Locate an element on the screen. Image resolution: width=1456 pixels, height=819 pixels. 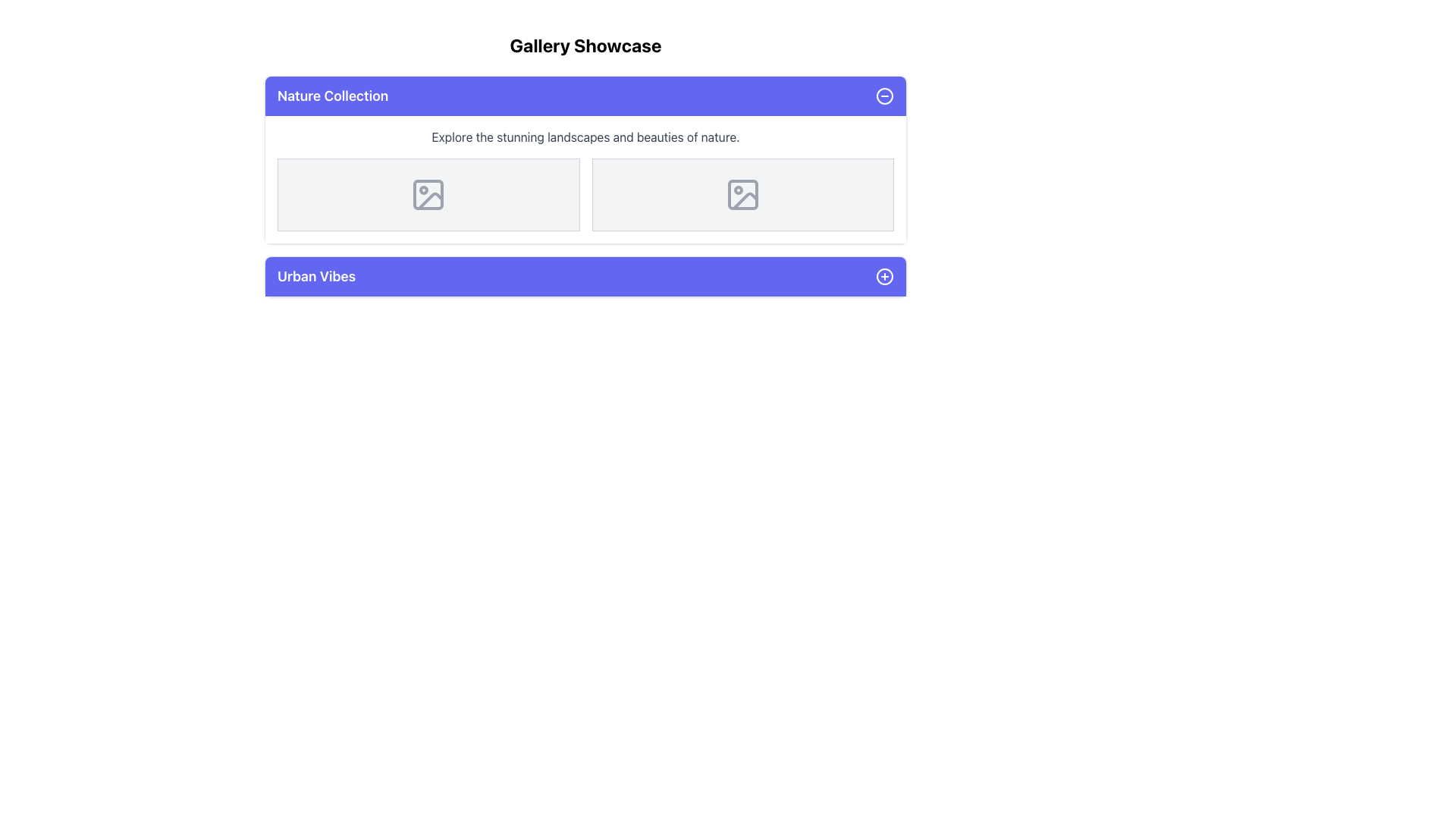
the rounded rectangle shape located within the right icon of the 'Nature Collection' section is located at coordinates (742, 194).